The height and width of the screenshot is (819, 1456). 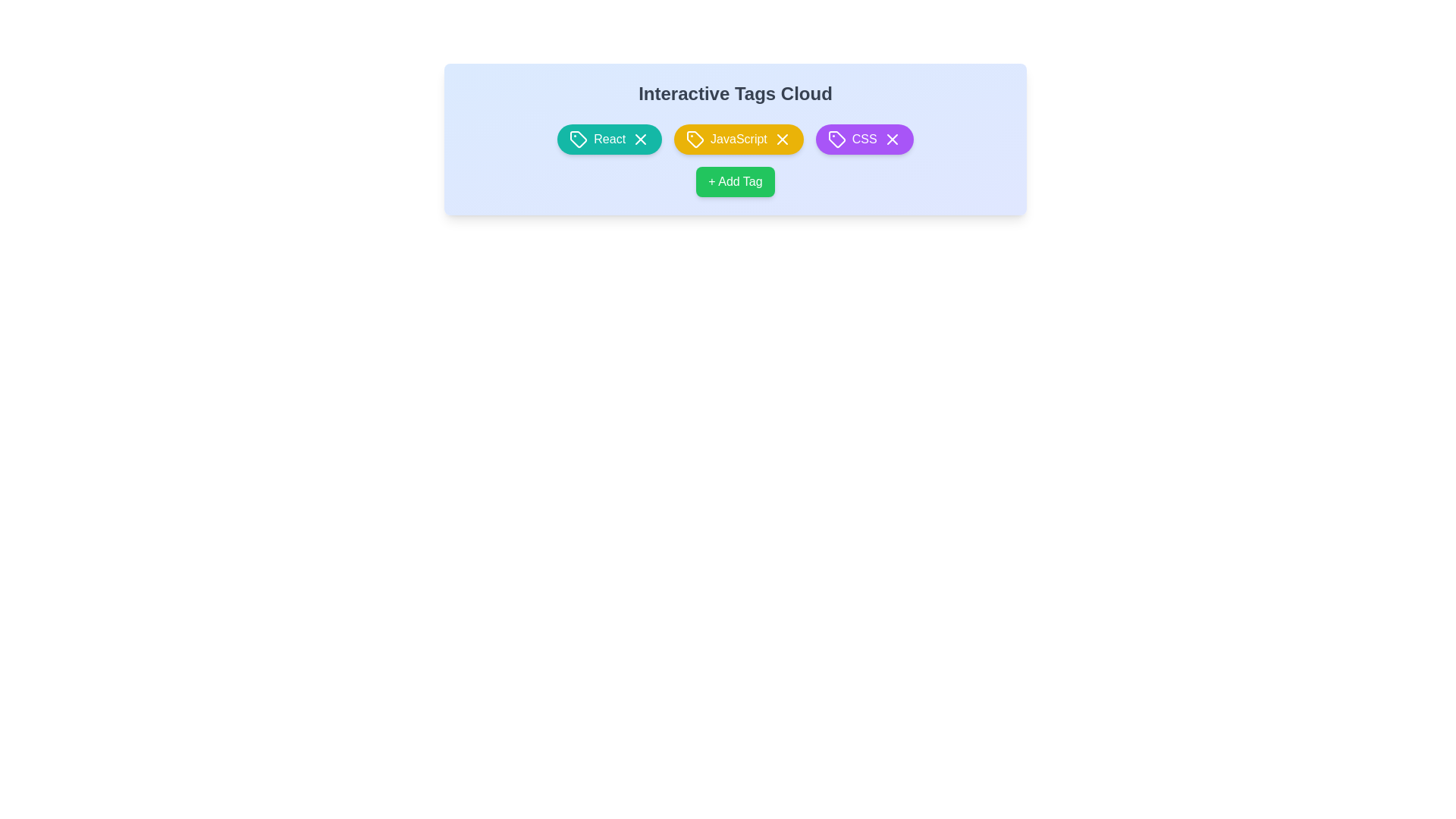 What do you see at coordinates (864, 140) in the screenshot?
I see `the tag with label CSS to inspect its color and label` at bounding box center [864, 140].